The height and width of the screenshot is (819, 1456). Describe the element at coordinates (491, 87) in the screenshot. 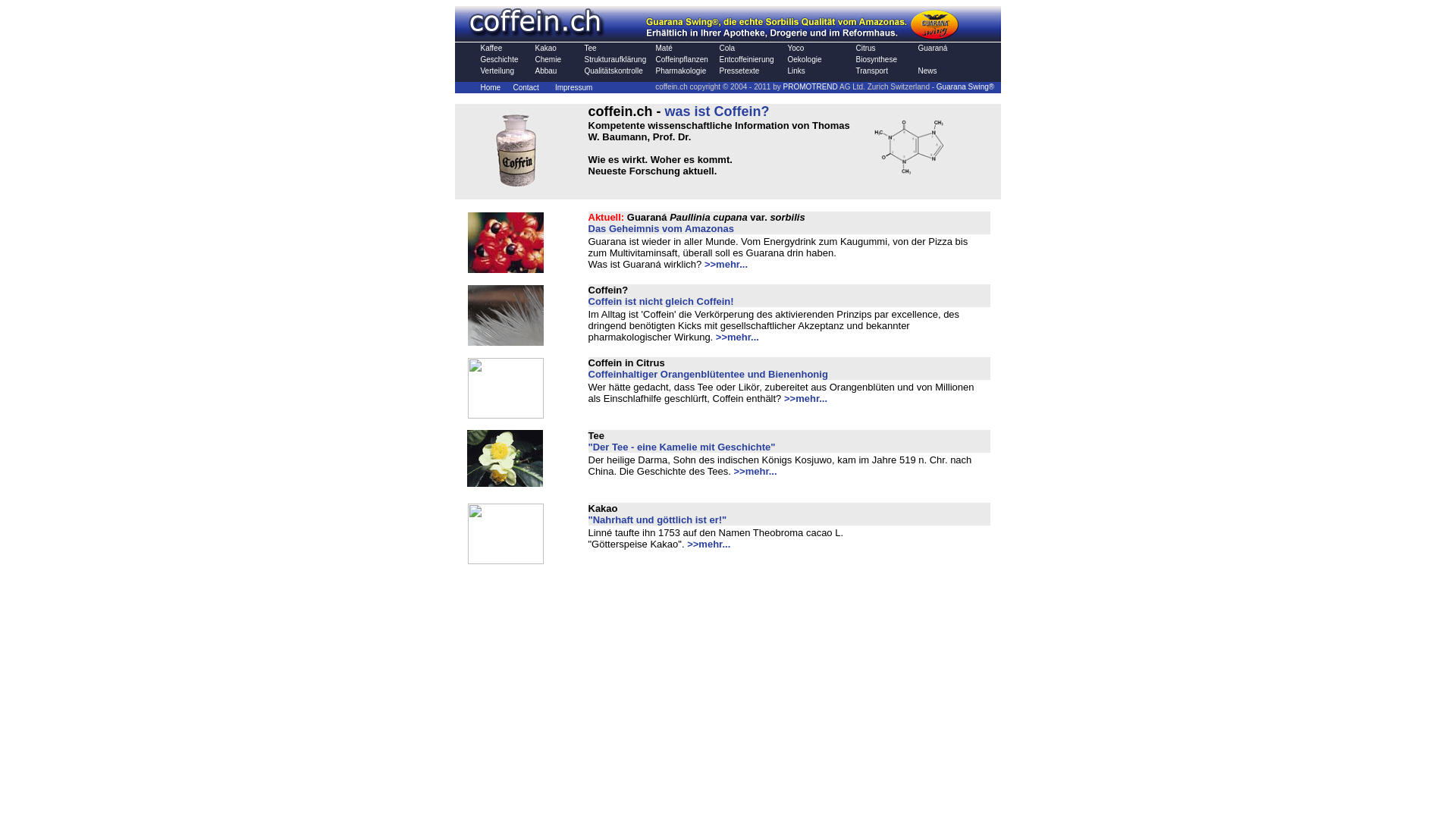

I see `'Home'` at that location.